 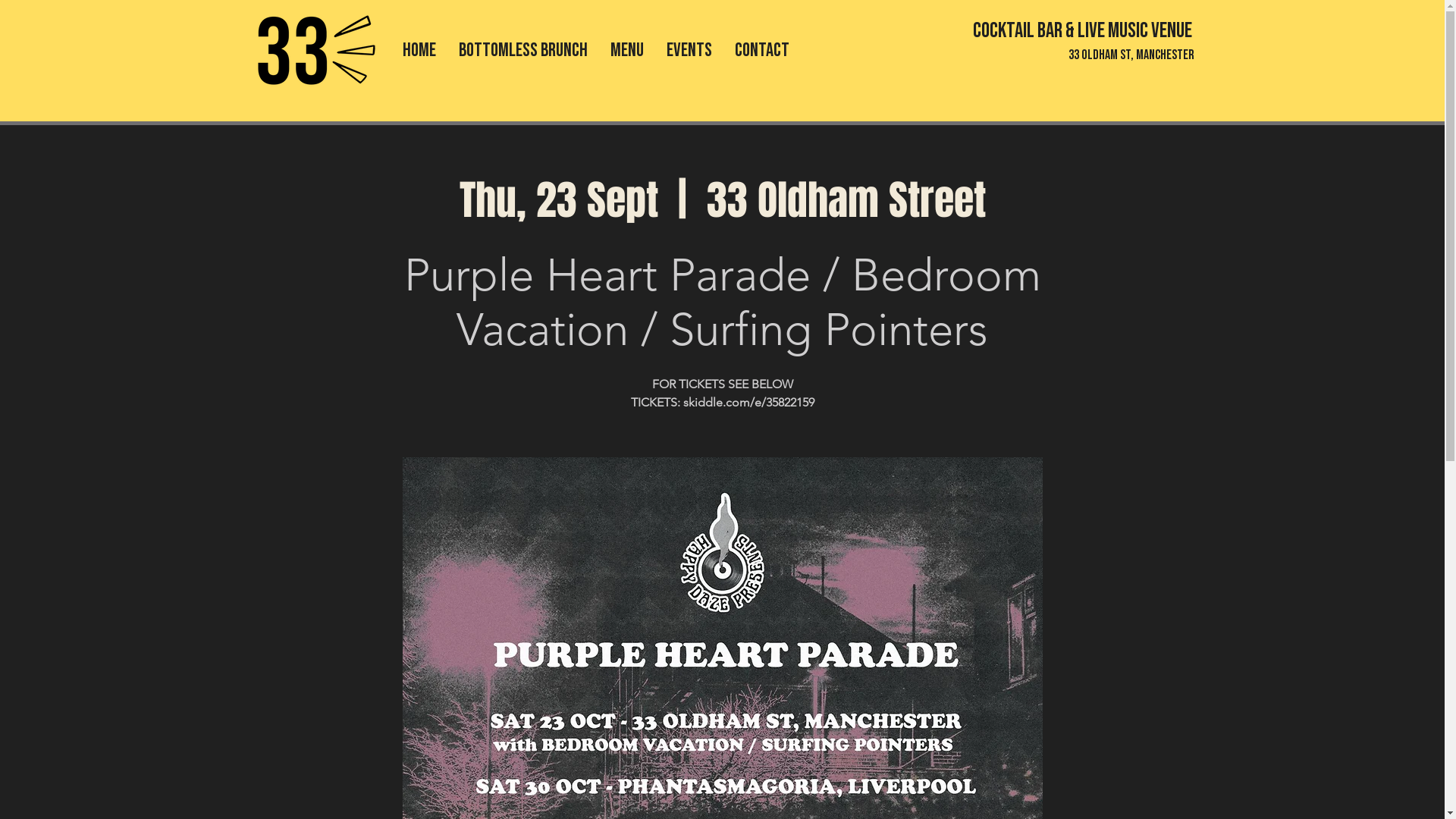 I want to click on 'HOME', so click(x=419, y=49).